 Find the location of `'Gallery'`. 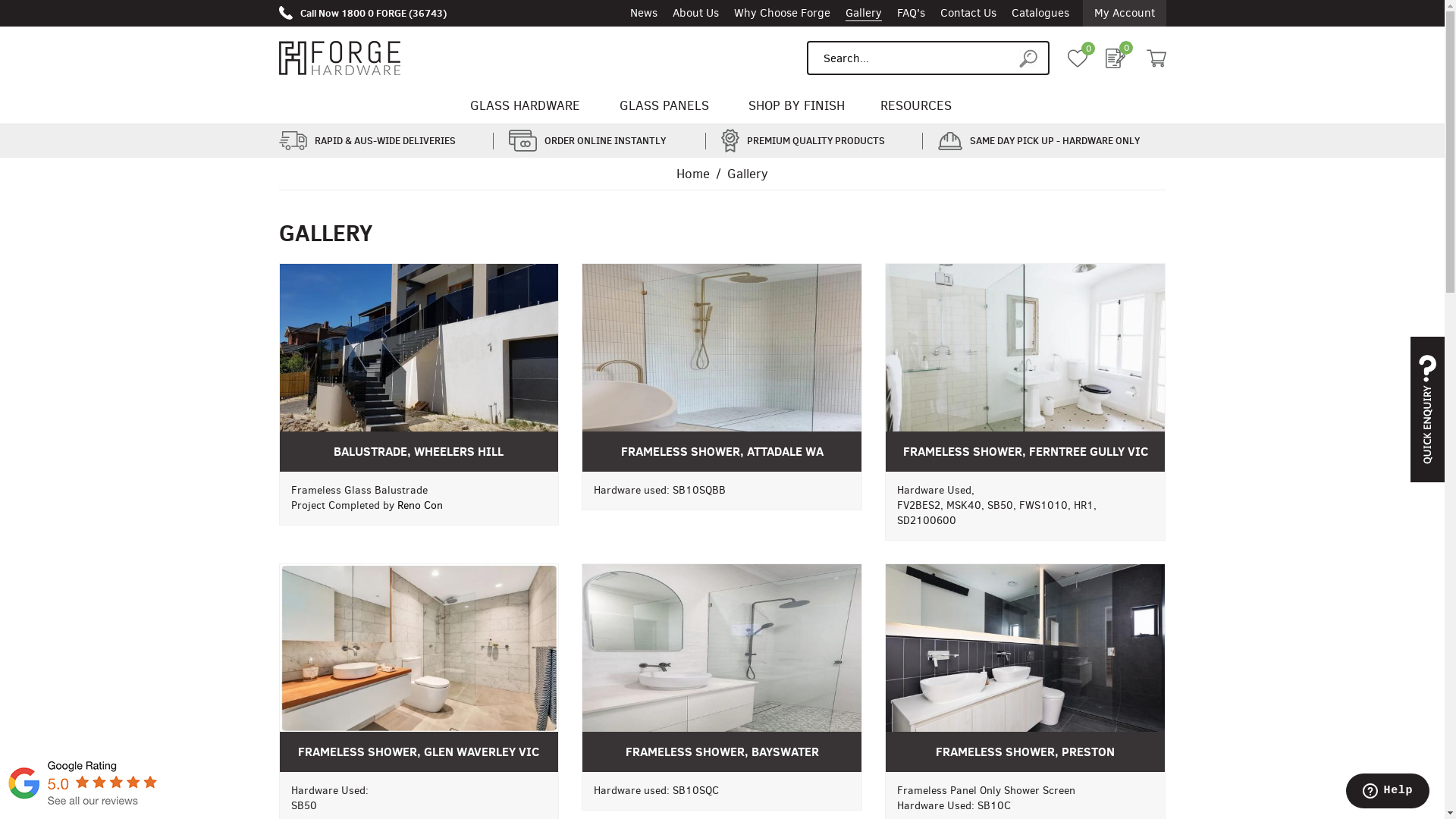

'Gallery' is located at coordinates (862, 13).